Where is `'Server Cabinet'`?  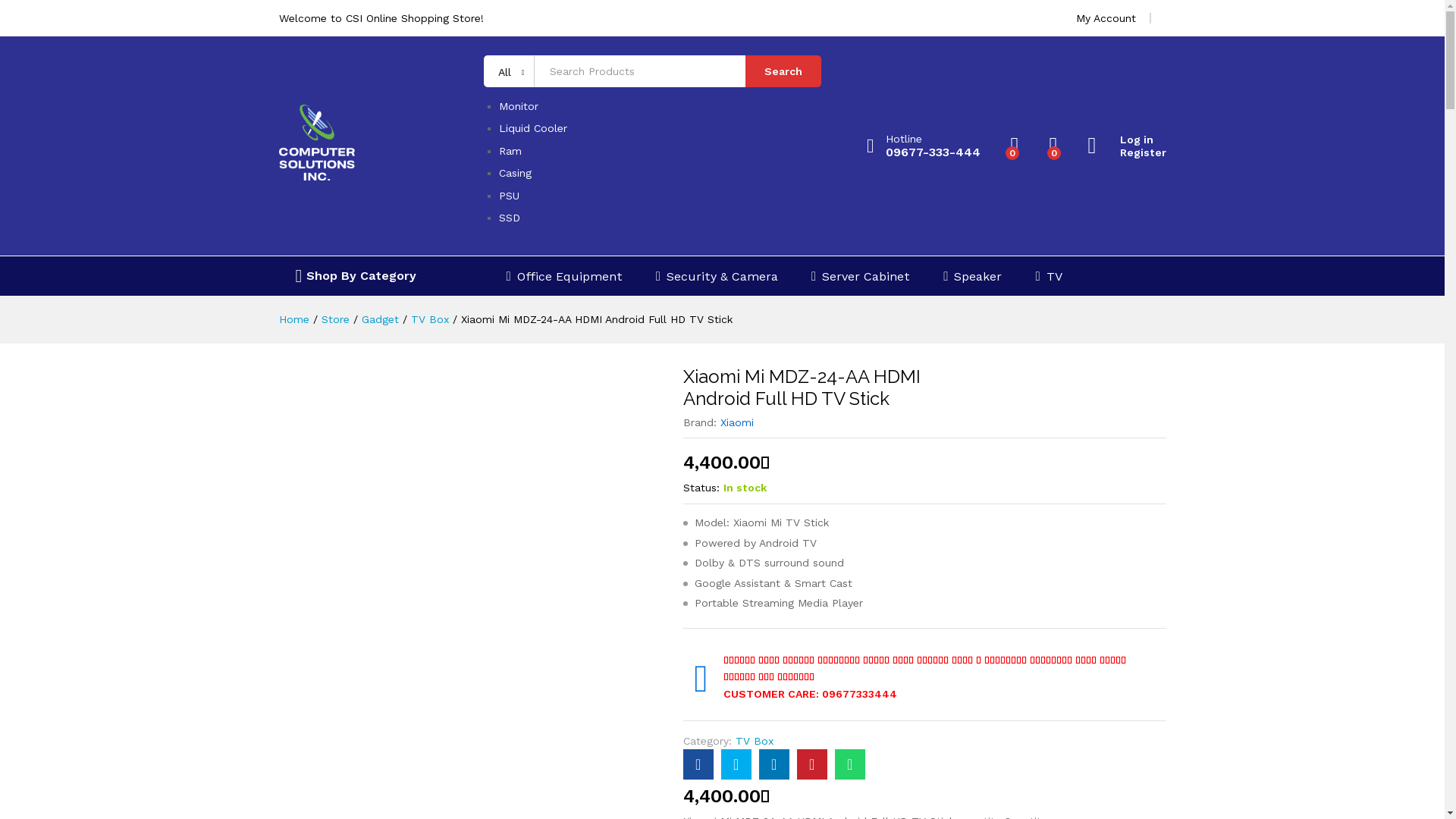
'Server Cabinet' is located at coordinates (860, 276).